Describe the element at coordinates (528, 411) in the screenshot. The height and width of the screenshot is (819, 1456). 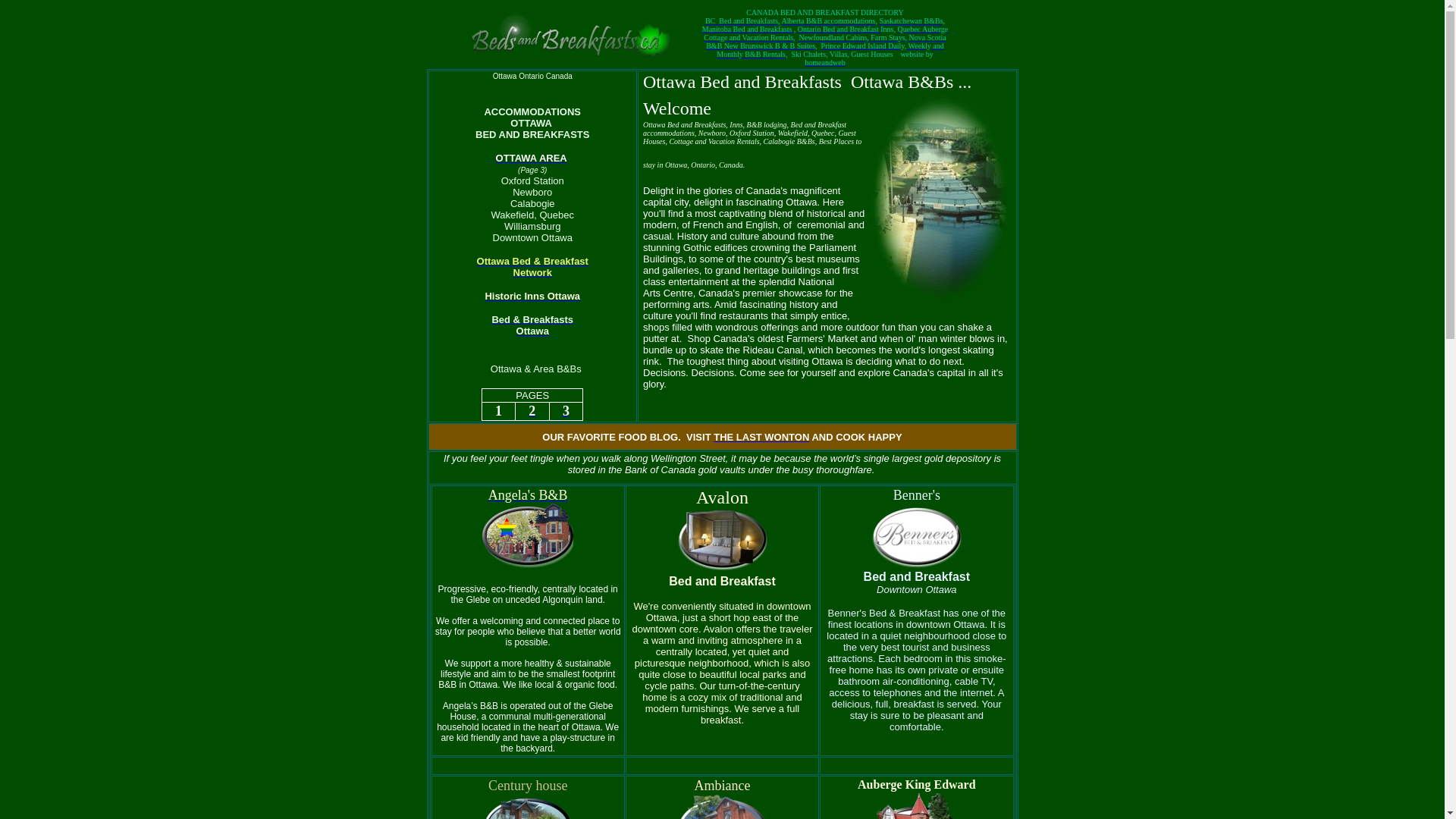
I see `'2'` at that location.